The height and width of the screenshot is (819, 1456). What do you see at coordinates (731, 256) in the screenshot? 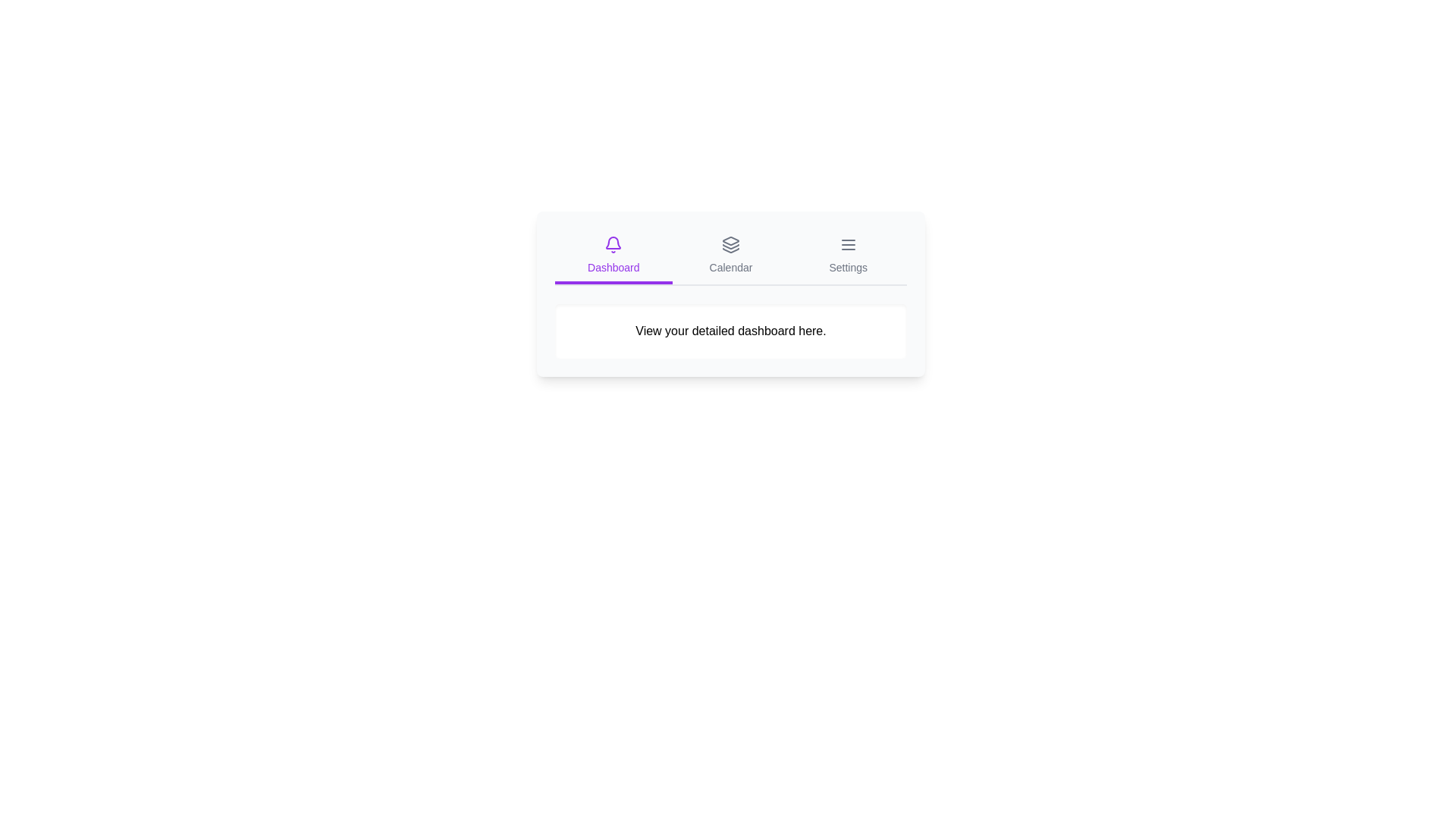
I see `the tab labeled Calendar to inspect its icon and text` at bounding box center [731, 256].